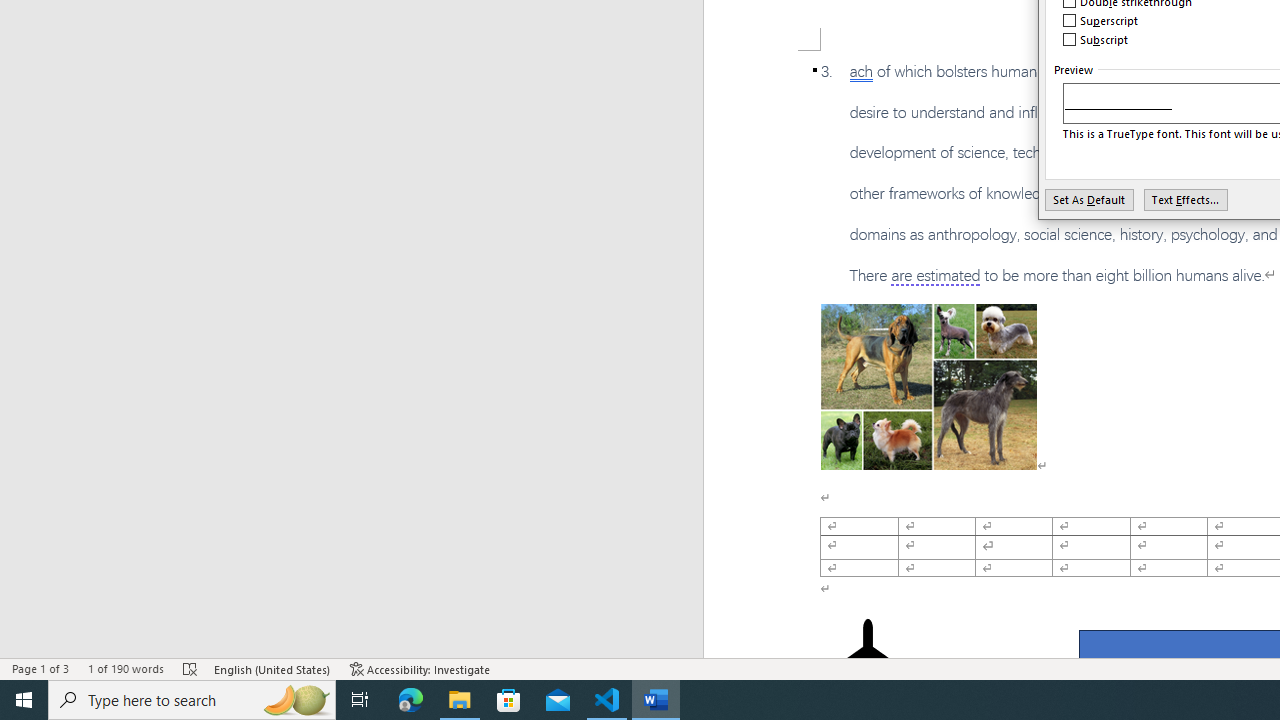 Image resolution: width=1280 pixels, height=720 pixels. Describe the element at coordinates (459, 698) in the screenshot. I see `'File Explorer - 1 running window'` at that location.